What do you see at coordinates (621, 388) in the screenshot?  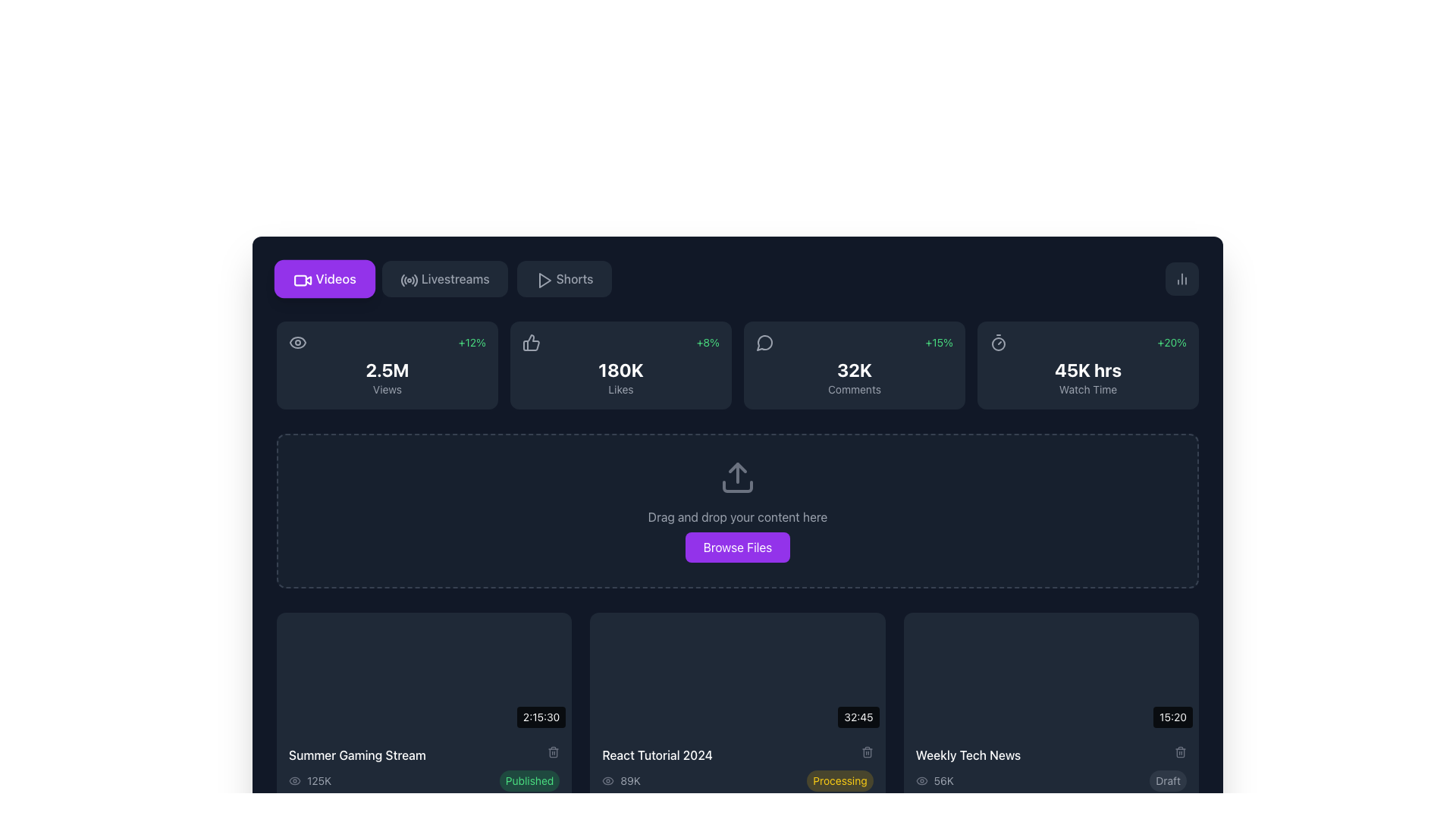 I see `the 'Likes' text label, which is styled in small gray font and positioned centrally below the larger bold white text '180K' within a dark background panel displaying statistics` at bounding box center [621, 388].